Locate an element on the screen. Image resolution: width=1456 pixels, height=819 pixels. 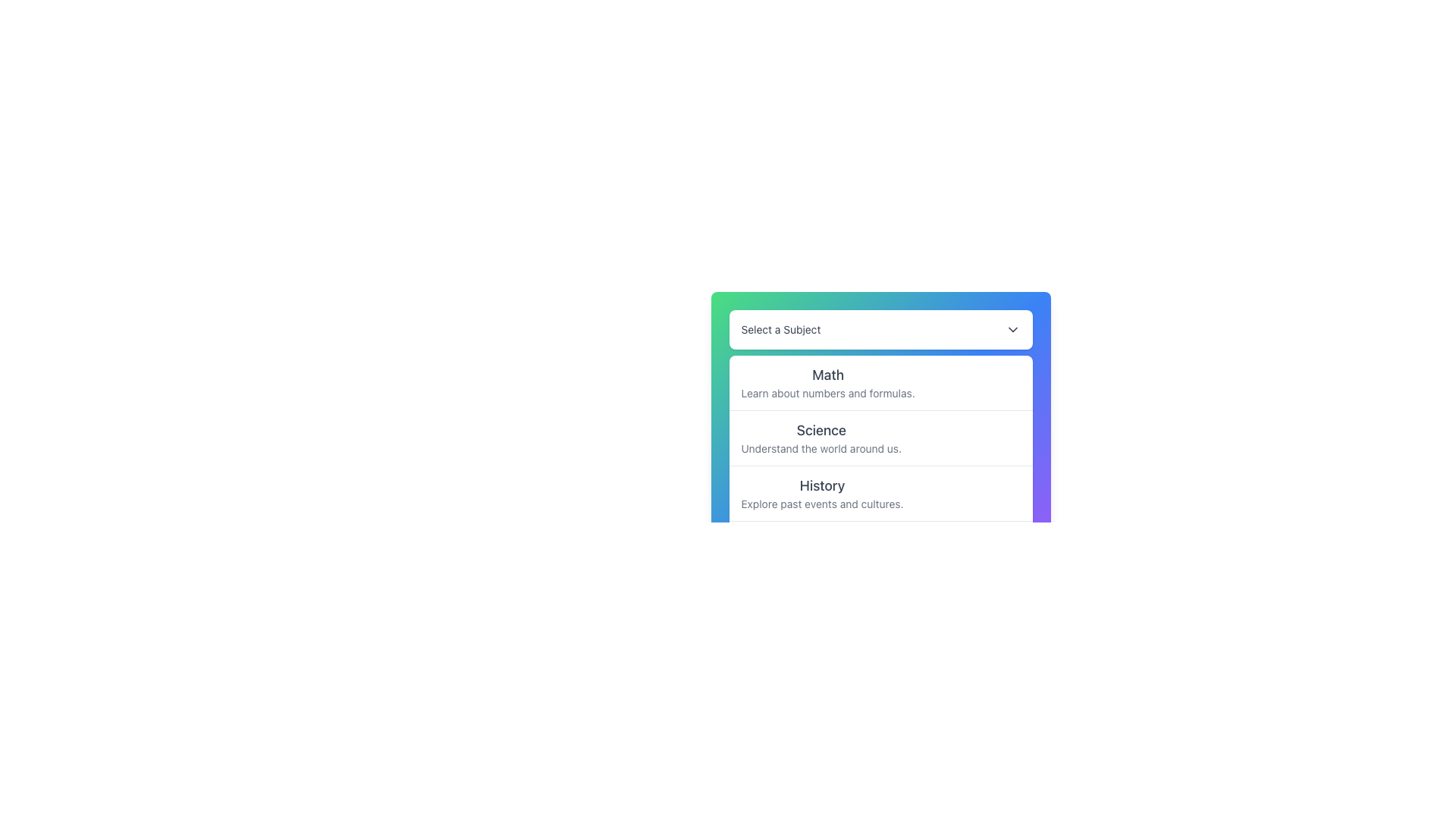
the first item in the dropdown menu labeled 'Math' is located at coordinates (880, 382).